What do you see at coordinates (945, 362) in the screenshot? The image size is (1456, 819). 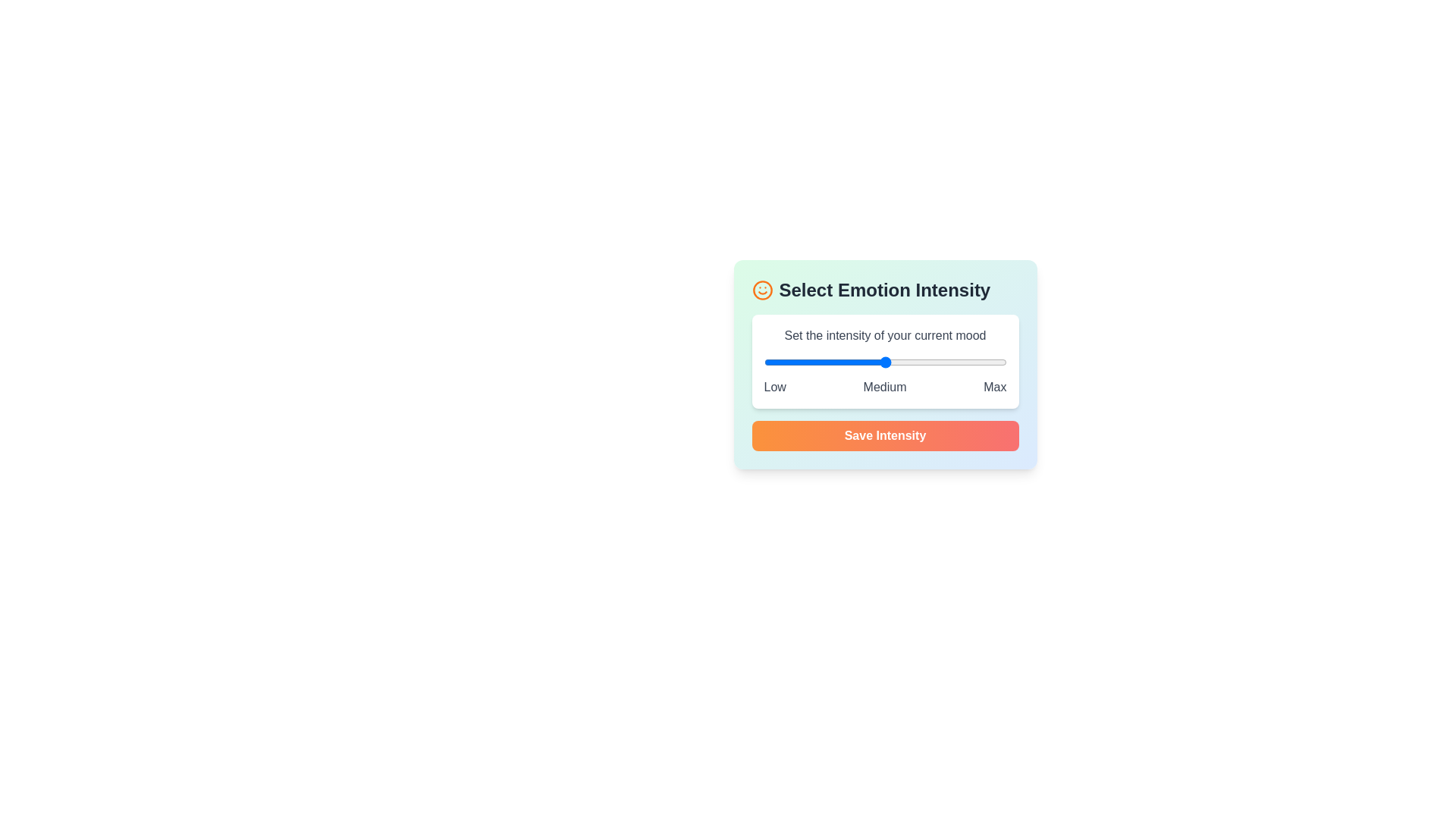 I see `the intensity slider to set the mood level to 4` at bounding box center [945, 362].